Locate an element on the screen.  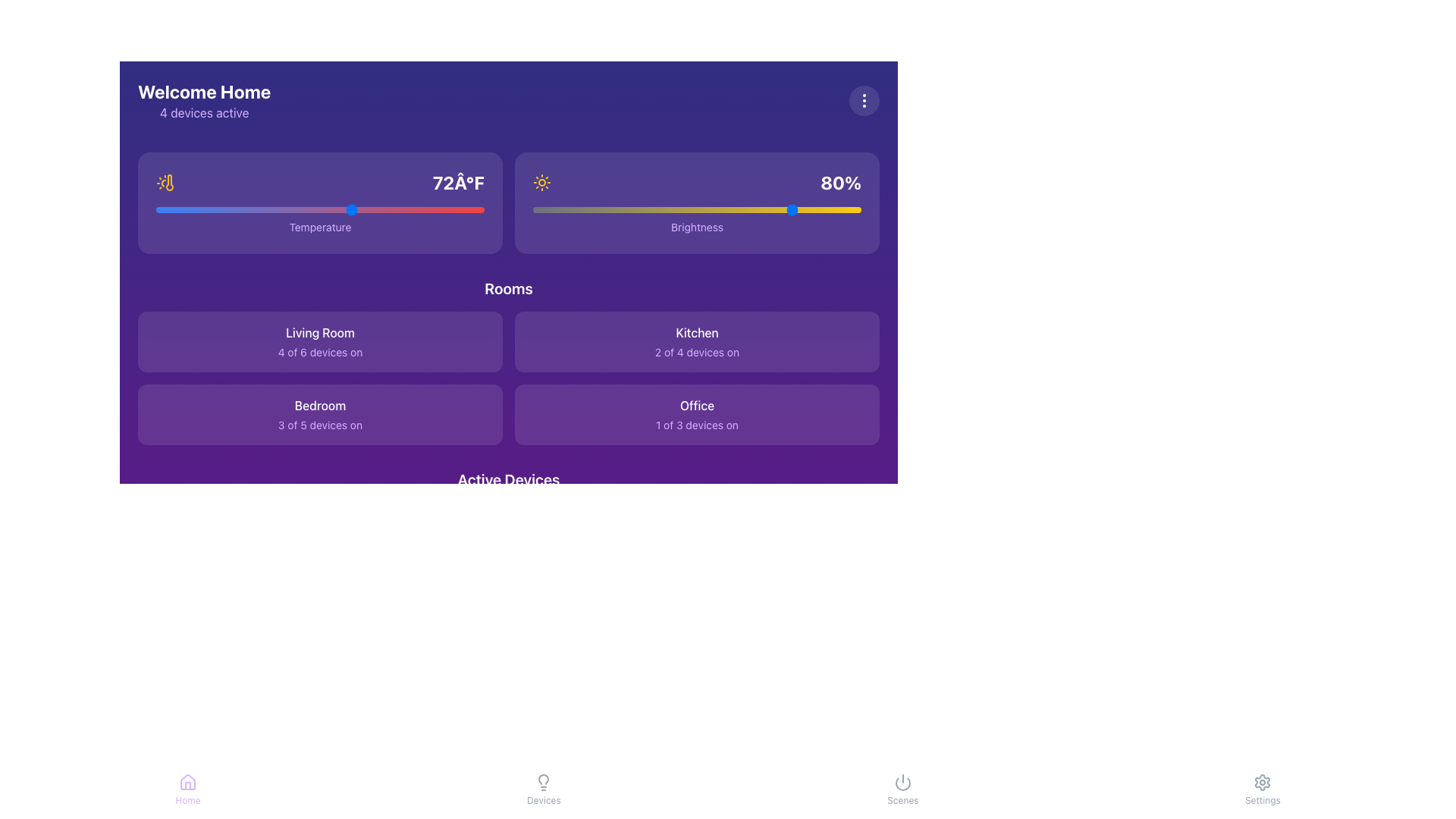
the 'Devices' button, which is the second button in the bottom navigation bar is located at coordinates (544, 789).